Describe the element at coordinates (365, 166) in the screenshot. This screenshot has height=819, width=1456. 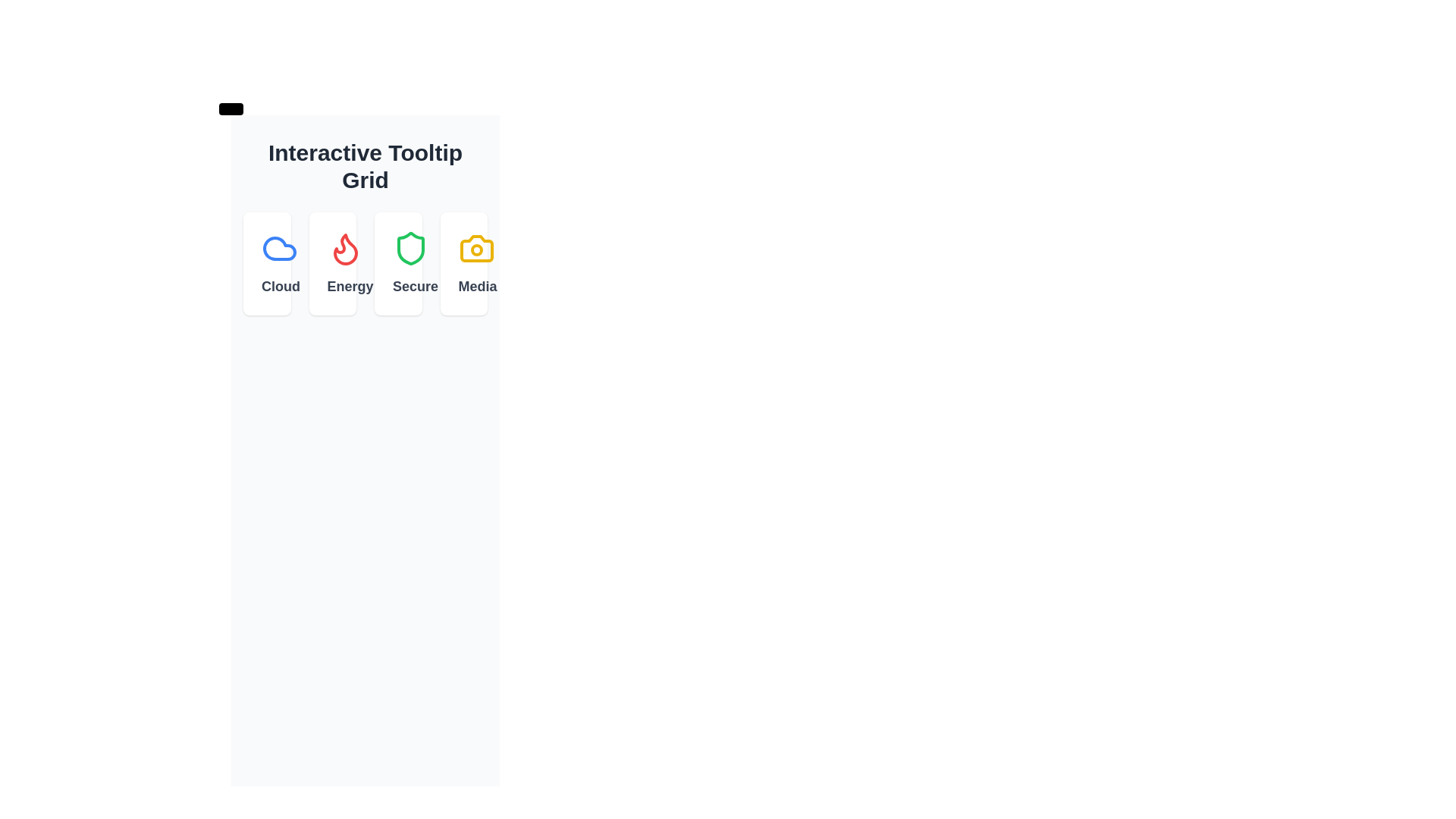
I see `on the bold title text element reading 'Interactive Tooltip Grid'` at that location.